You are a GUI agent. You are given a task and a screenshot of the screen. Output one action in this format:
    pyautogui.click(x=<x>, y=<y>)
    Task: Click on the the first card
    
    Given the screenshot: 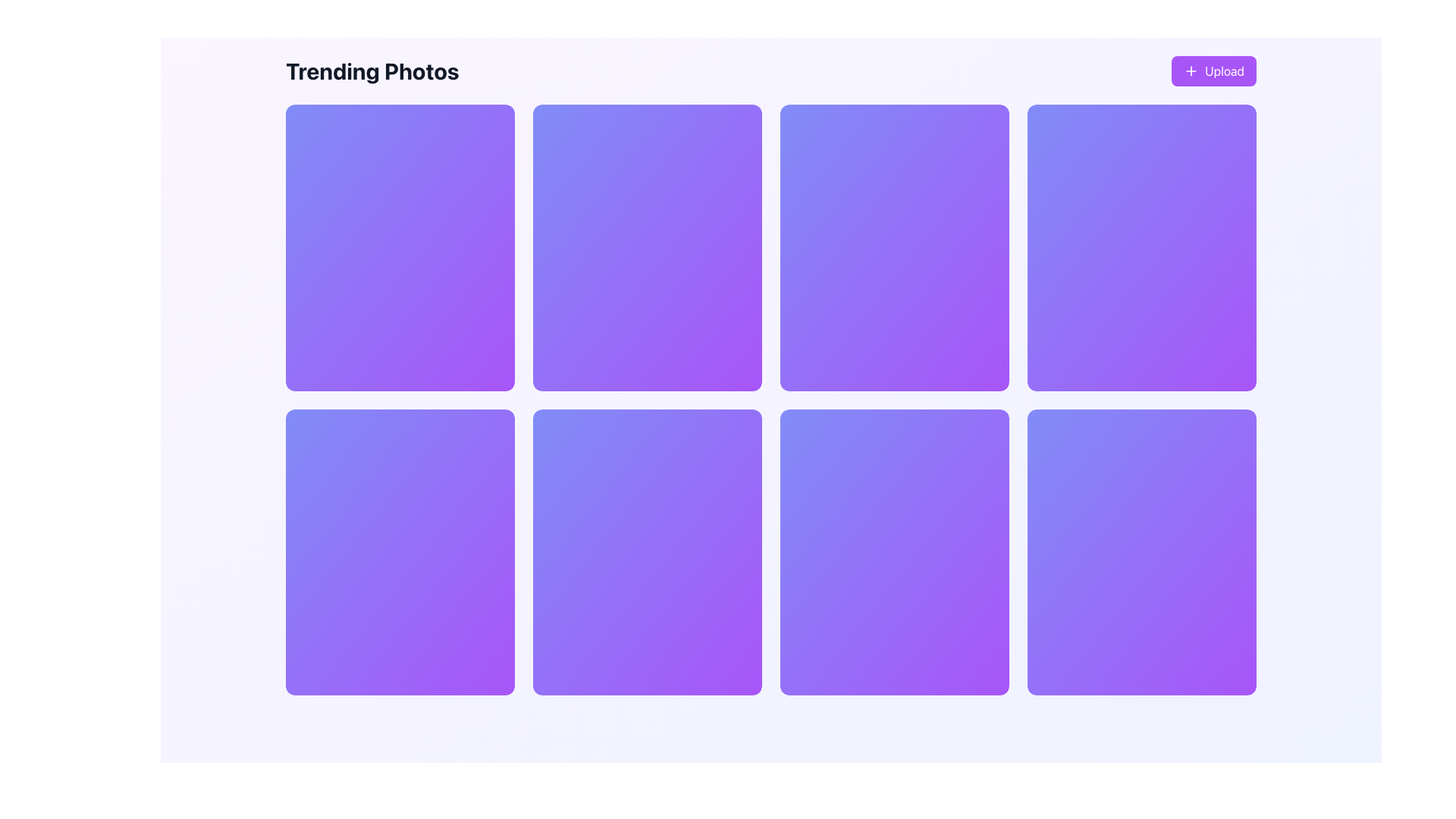 What is the action you would take?
    pyautogui.click(x=400, y=246)
    